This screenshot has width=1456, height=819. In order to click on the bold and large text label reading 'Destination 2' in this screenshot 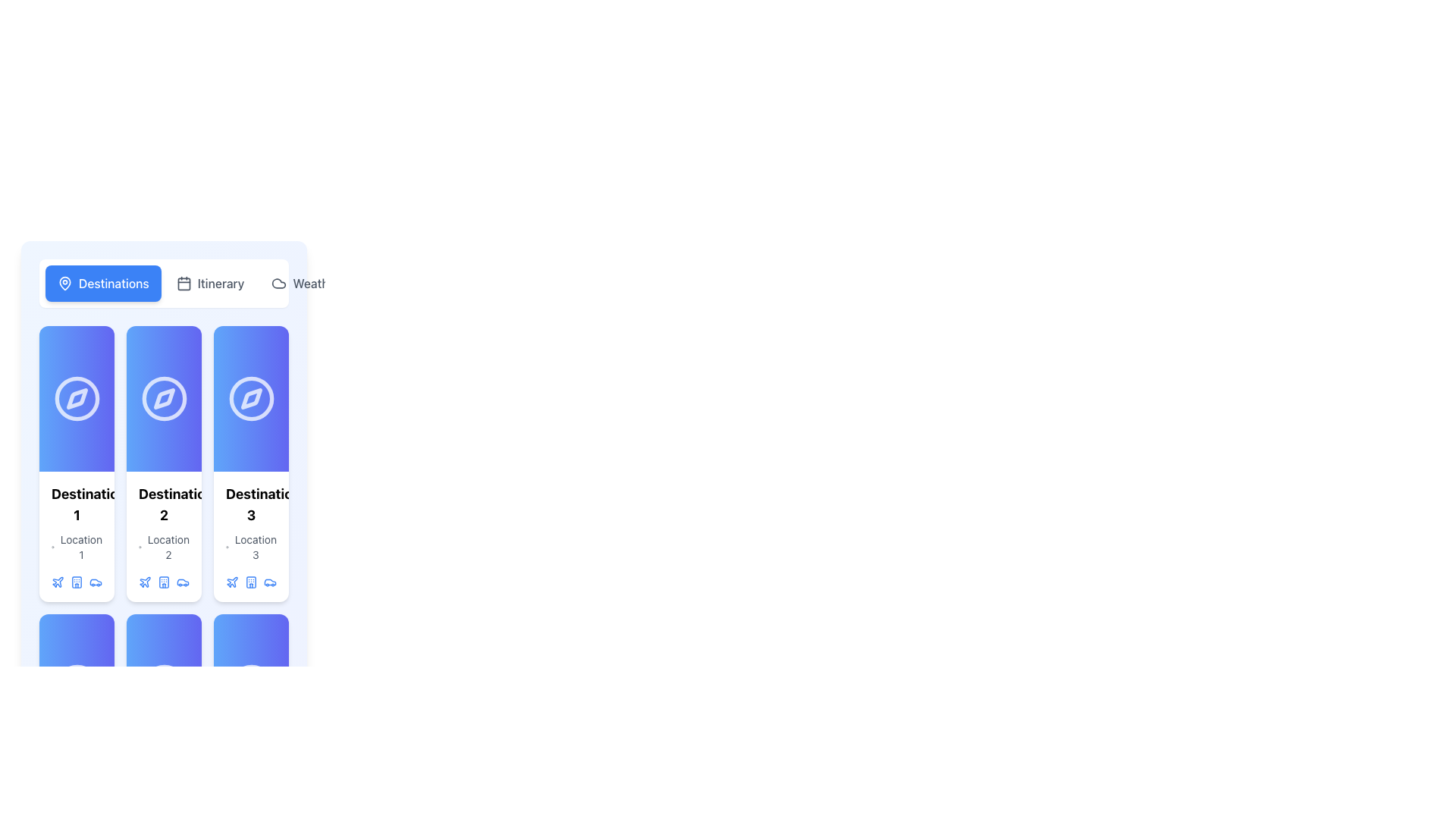, I will do `click(164, 505)`.